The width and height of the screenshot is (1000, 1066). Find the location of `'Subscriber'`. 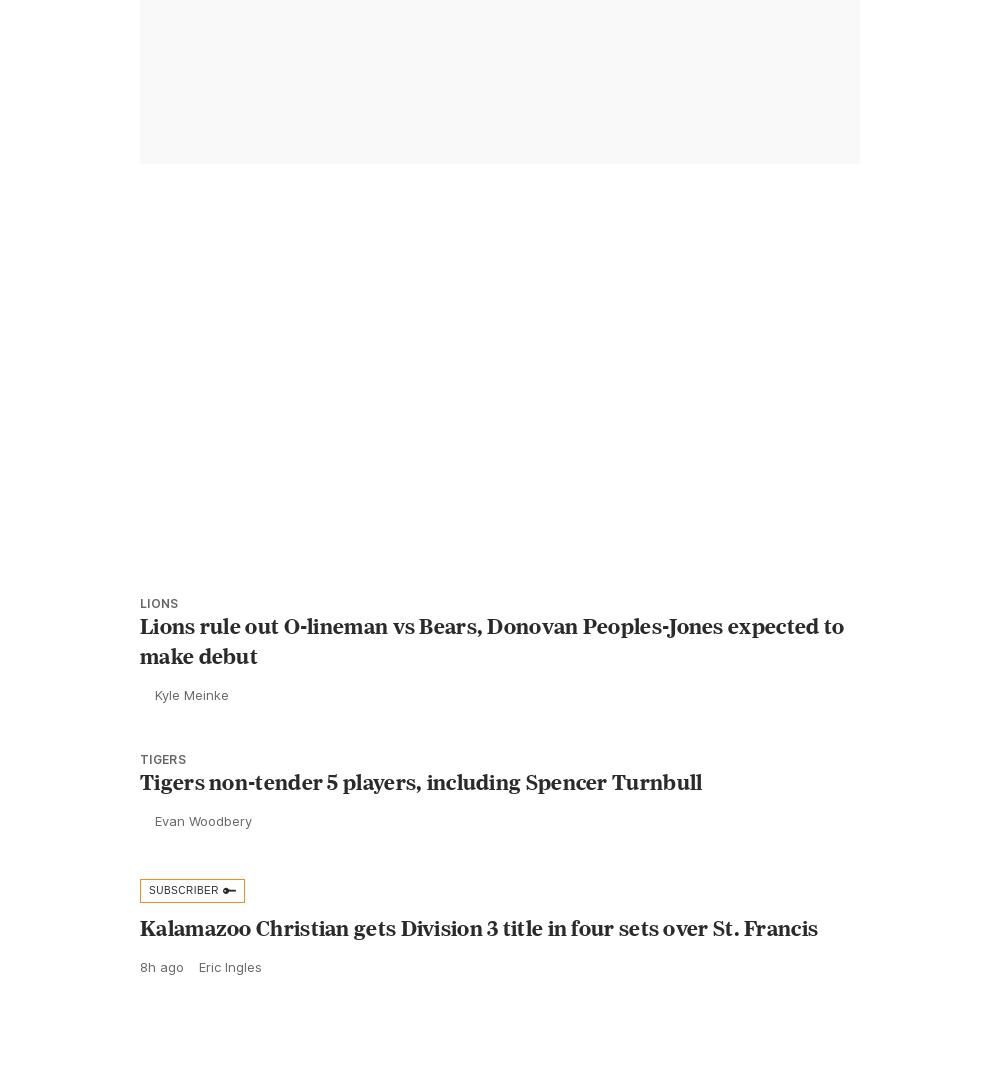

'Subscriber' is located at coordinates (184, 934).